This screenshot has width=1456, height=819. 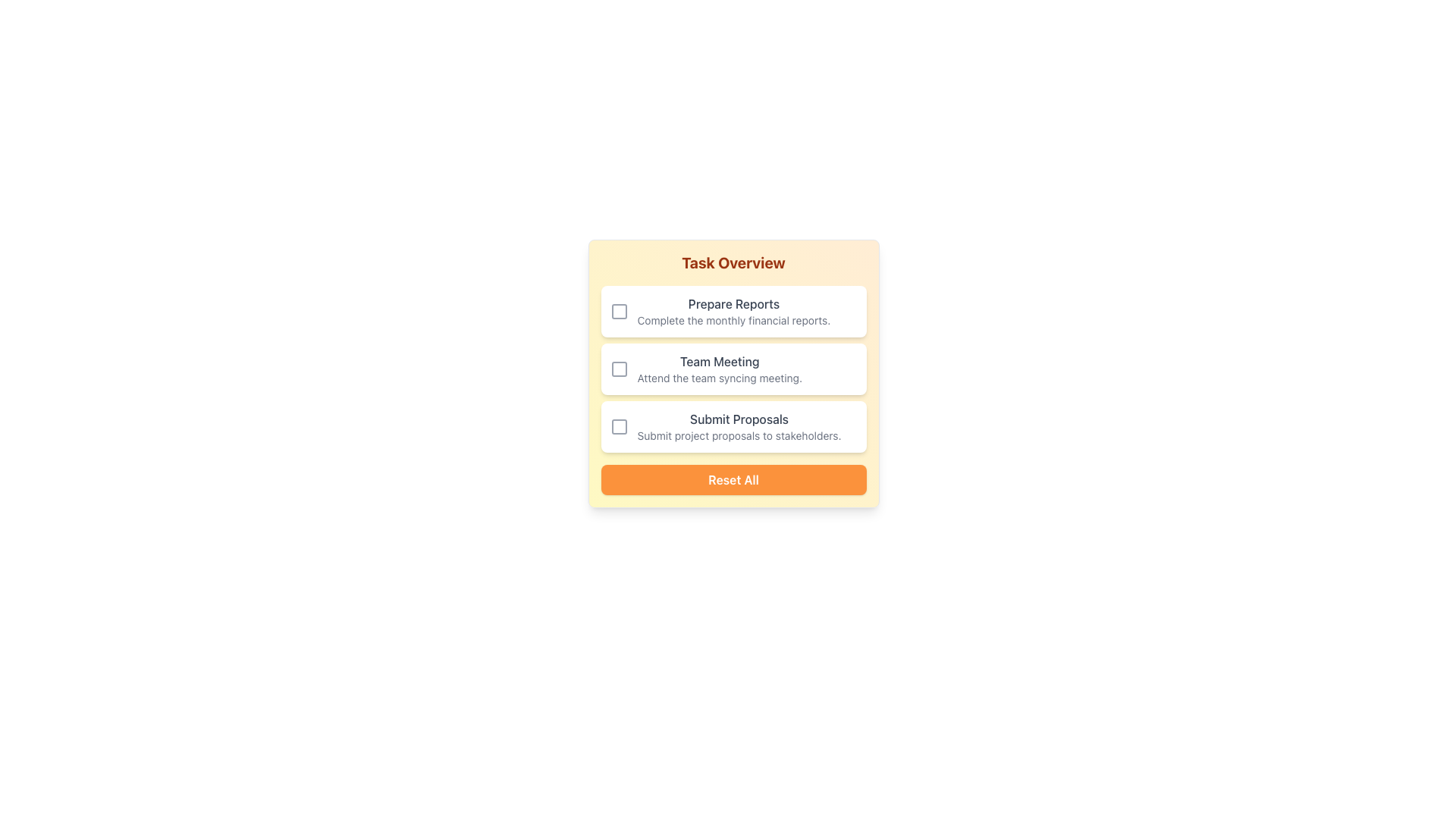 I want to click on the Text Section titled 'Team Meeting' that contains the subtitle 'Attend the team syncing meeting.', so click(x=719, y=369).